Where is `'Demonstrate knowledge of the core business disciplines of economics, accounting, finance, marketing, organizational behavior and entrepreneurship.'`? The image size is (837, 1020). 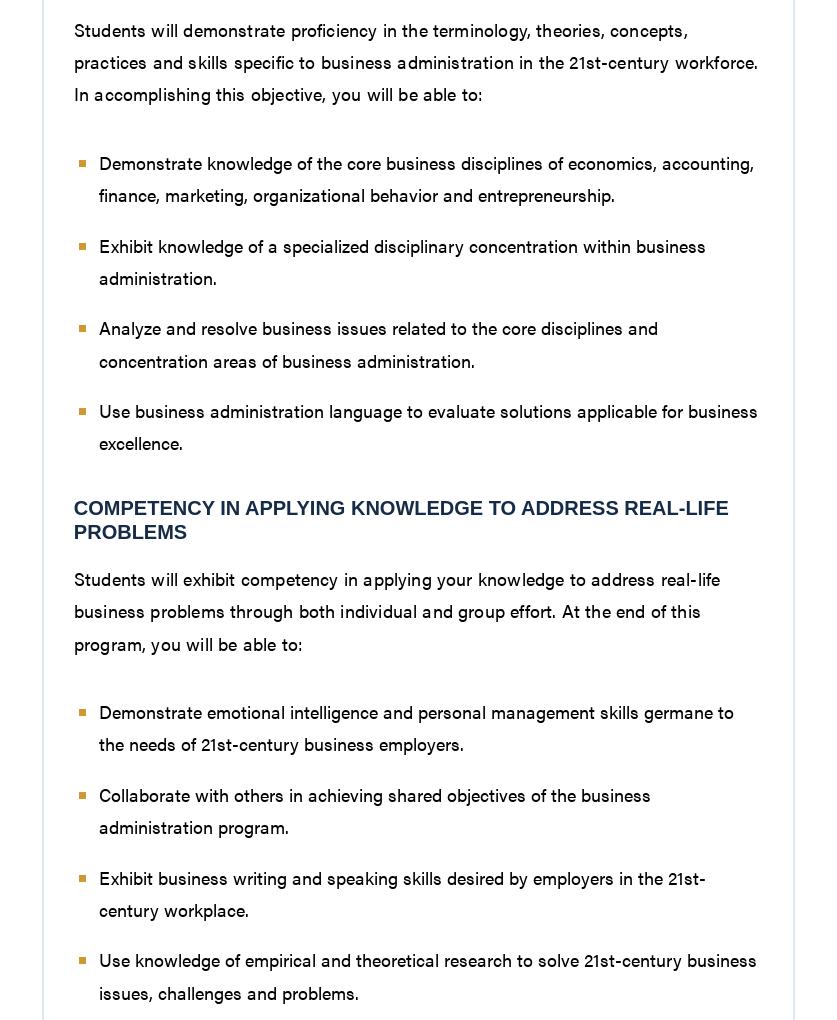
'Demonstrate knowledge of the core business disciplines of economics, accounting, finance, marketing, organizational behavior and entrepreneurship.' is located at coordinates (424, 176).